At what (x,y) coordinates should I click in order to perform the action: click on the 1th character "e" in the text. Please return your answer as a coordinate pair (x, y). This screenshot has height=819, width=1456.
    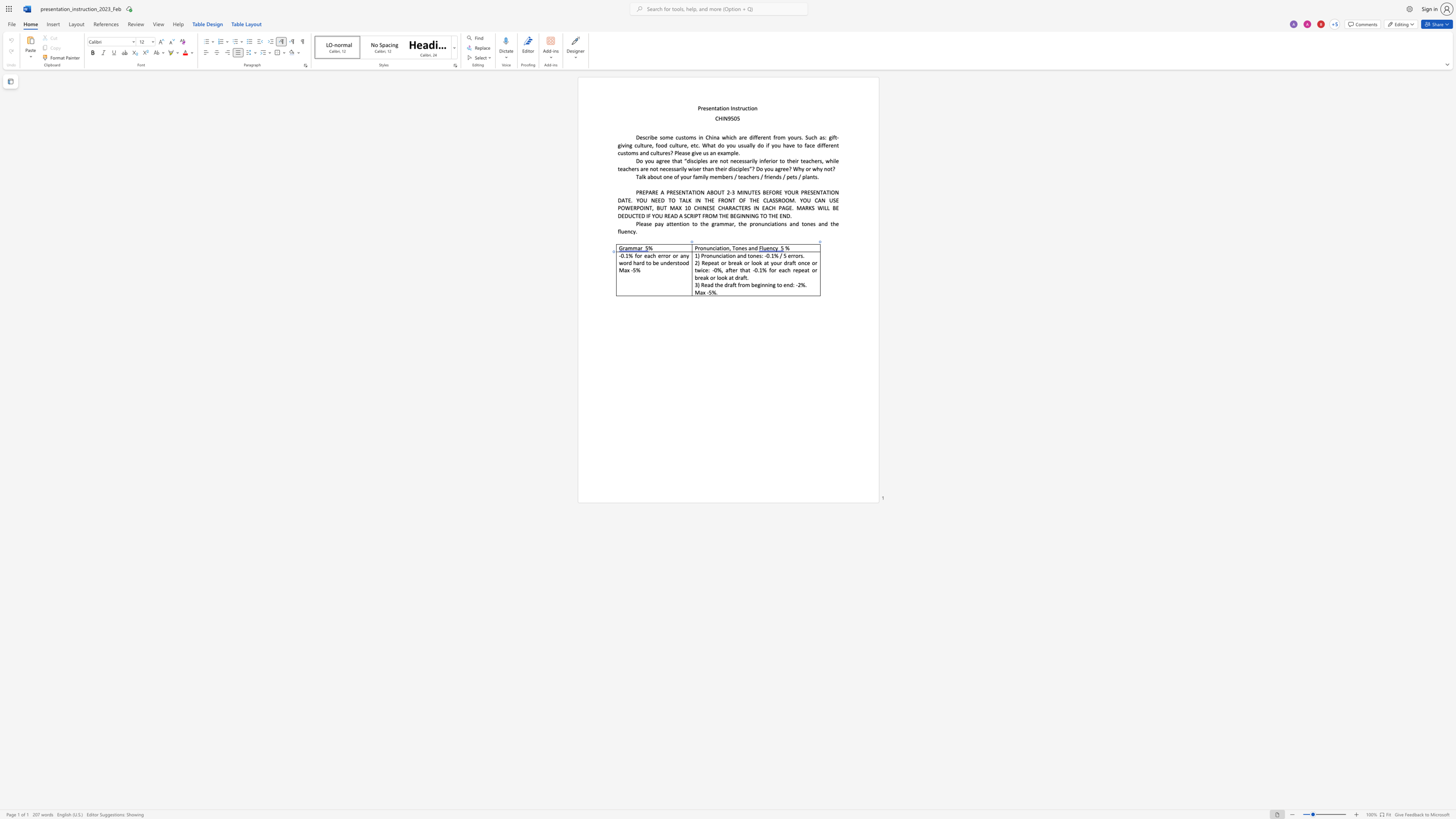
    Looking at the image, I should click on (645, 255).